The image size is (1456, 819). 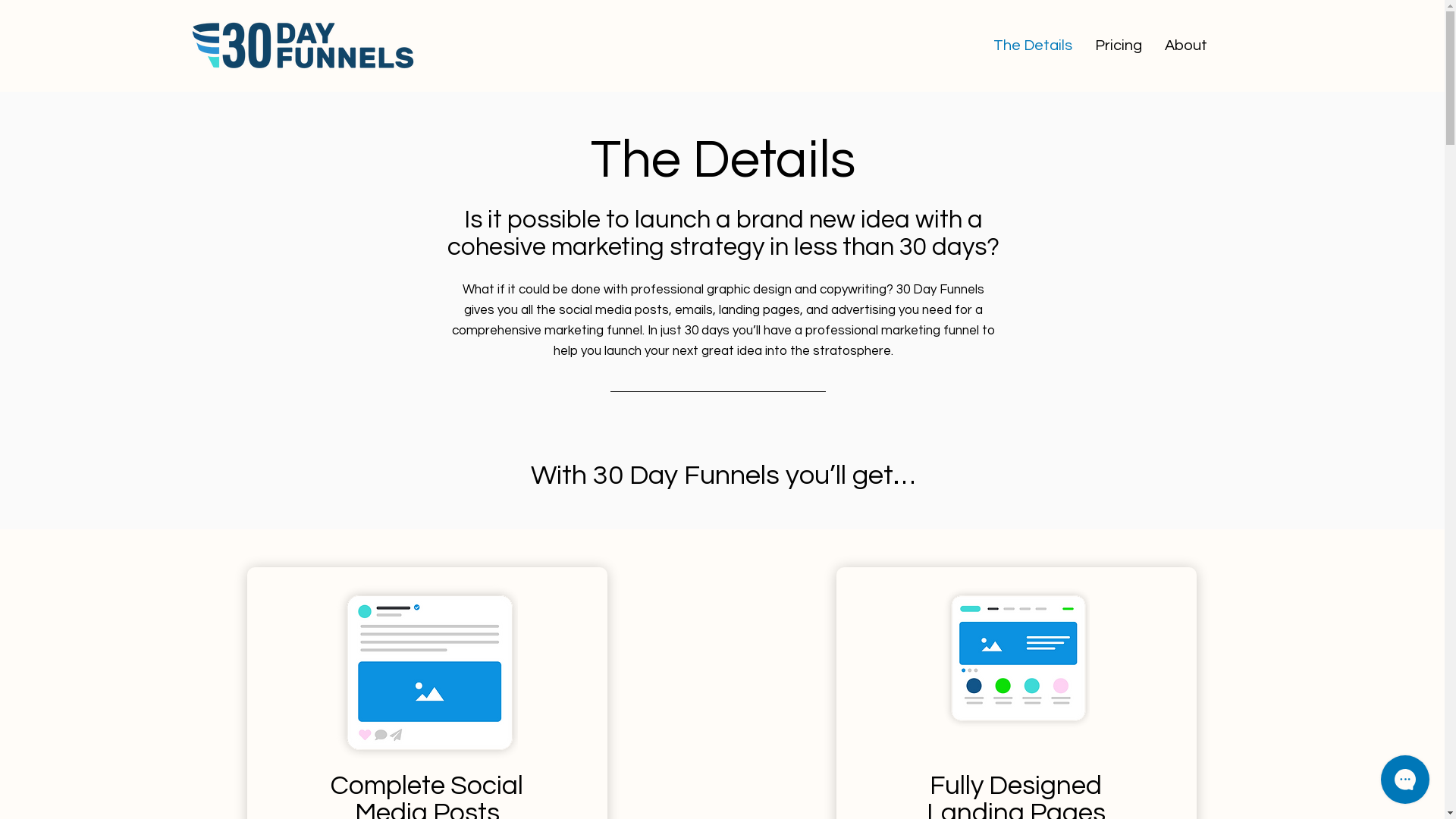 What do you see at coordinates (1185, 45) in the screenshot?
I see `'About'` at bounding box center [1185, 45].